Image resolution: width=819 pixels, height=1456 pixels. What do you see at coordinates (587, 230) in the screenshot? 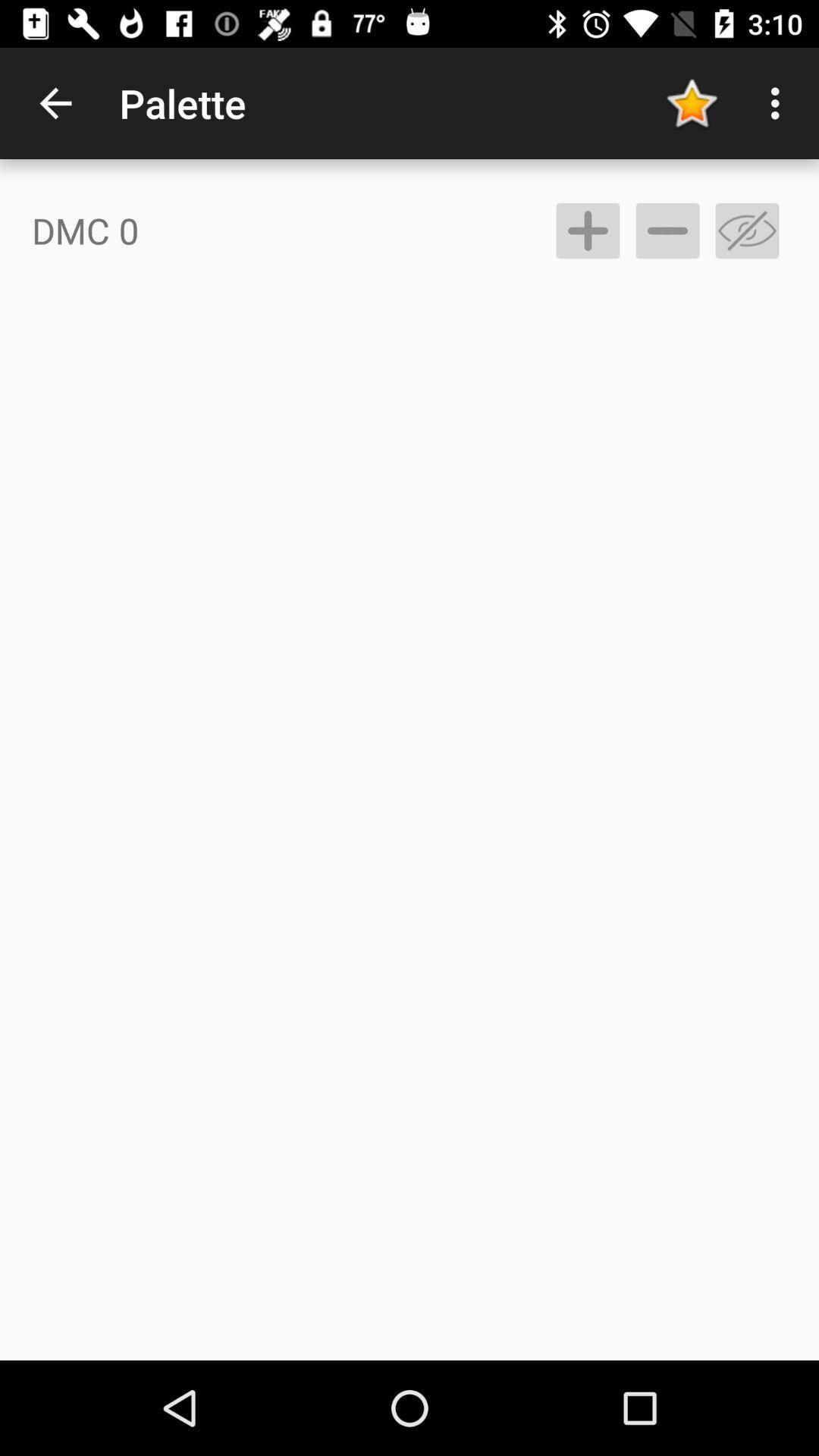
I see `item to the right of dmc 0 icon` at bounding box center [587, 230].